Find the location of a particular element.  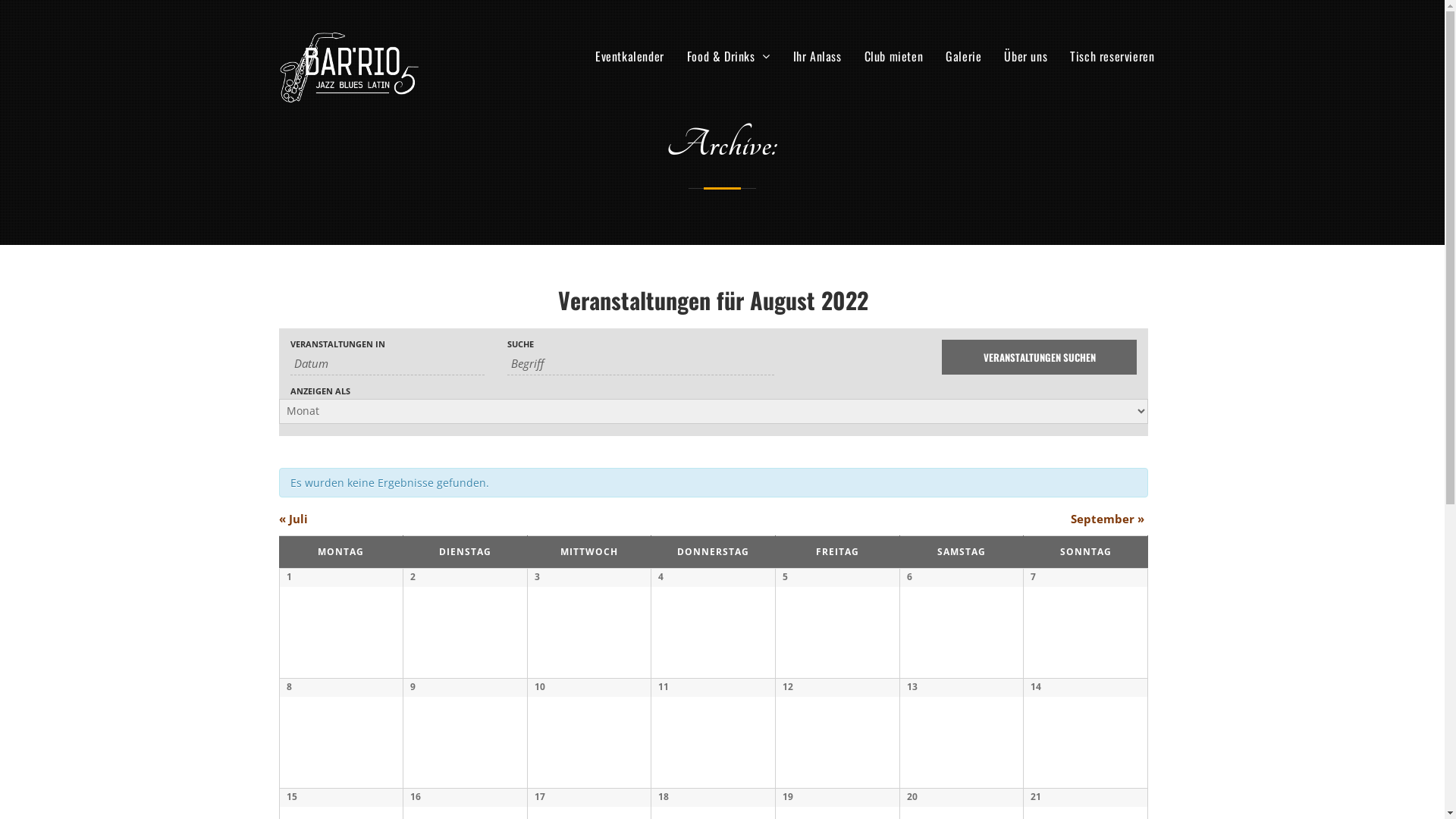

'Eventkalender' is located at coordinates (629, 55).